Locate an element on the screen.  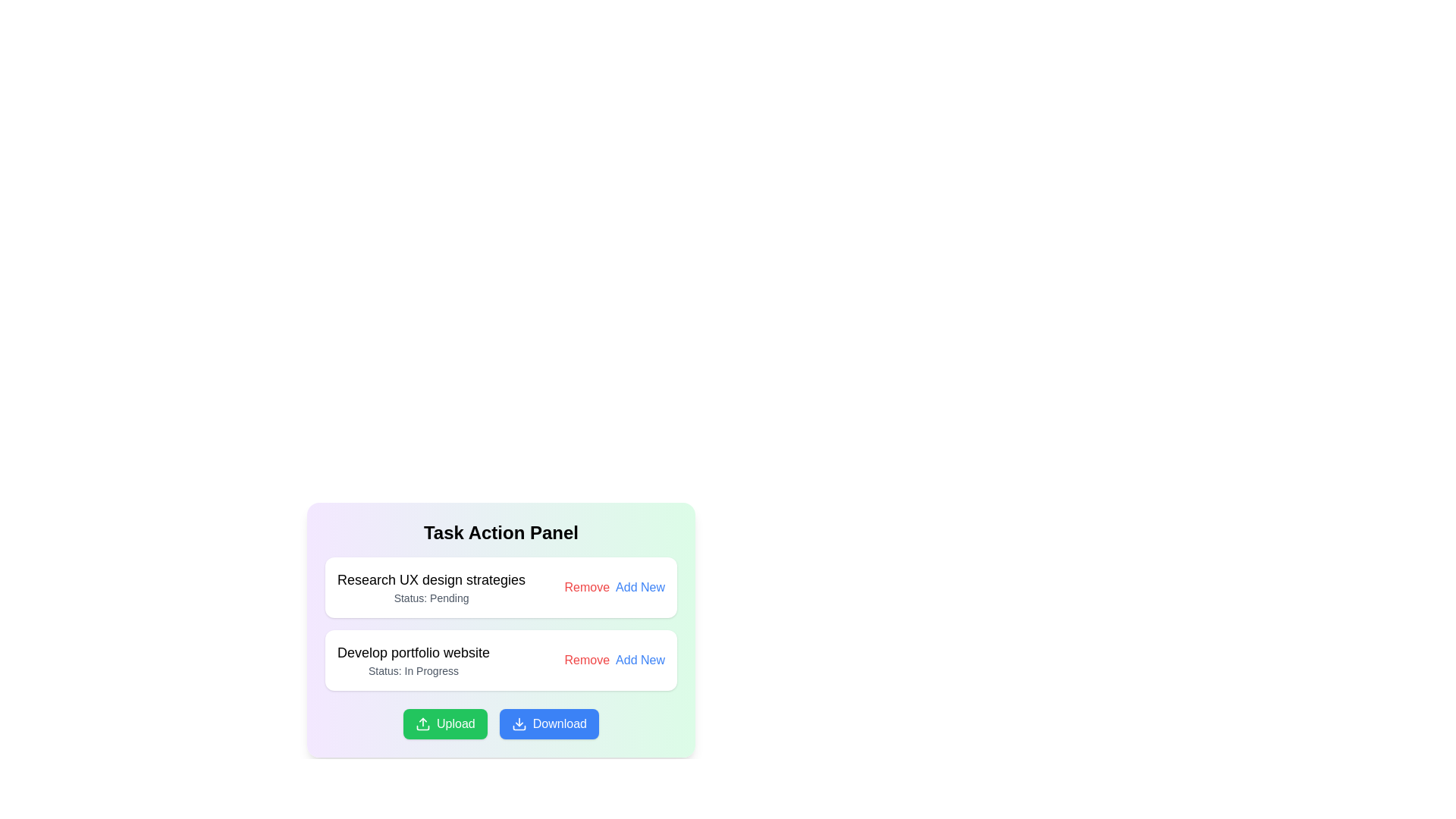
the download icon located within the blue 'Download' button at the lower right of the task panel interface, adjacent to the green 'Upload' button is located at coordinates (519, 723).